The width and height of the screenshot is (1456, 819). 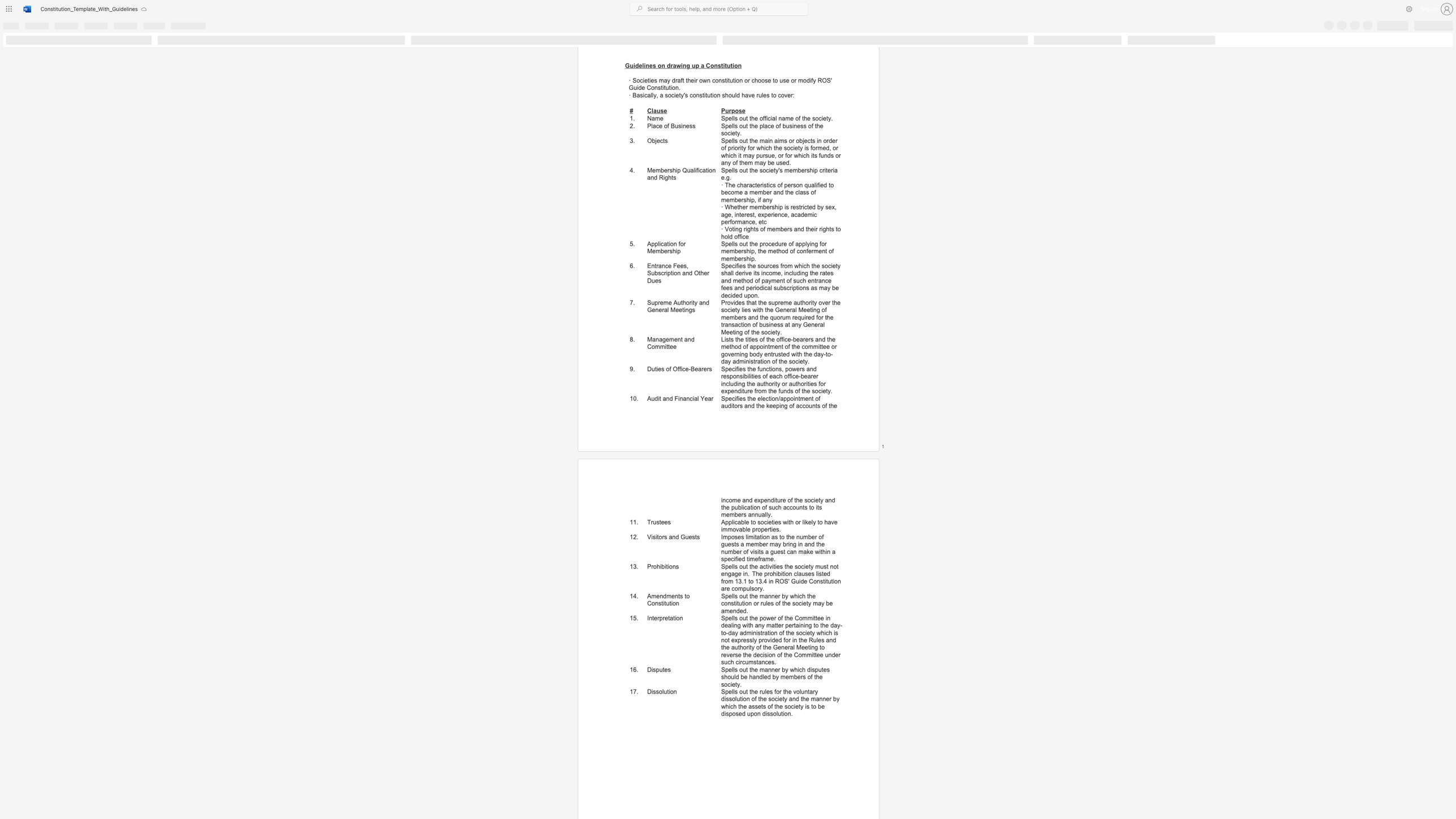 What do you see at coordinates (656, 95) in the screenshot?
I see `the subset text ", a society" within the text "· Basically, a society"` at bounding box center [656, 95].